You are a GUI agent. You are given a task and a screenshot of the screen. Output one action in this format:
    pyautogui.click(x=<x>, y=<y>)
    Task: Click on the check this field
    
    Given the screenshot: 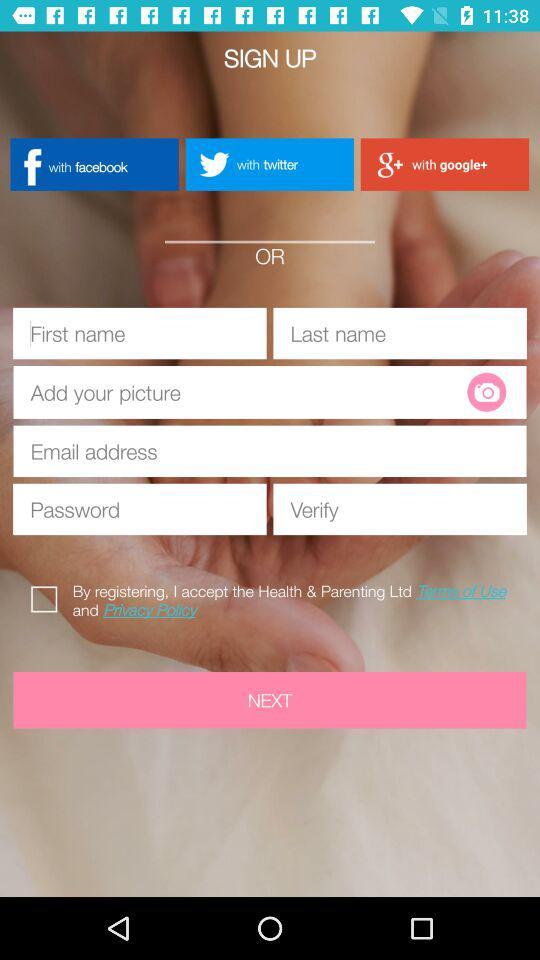 What is the action you would take?
    pyautogui.click(x=48, y=596)
    